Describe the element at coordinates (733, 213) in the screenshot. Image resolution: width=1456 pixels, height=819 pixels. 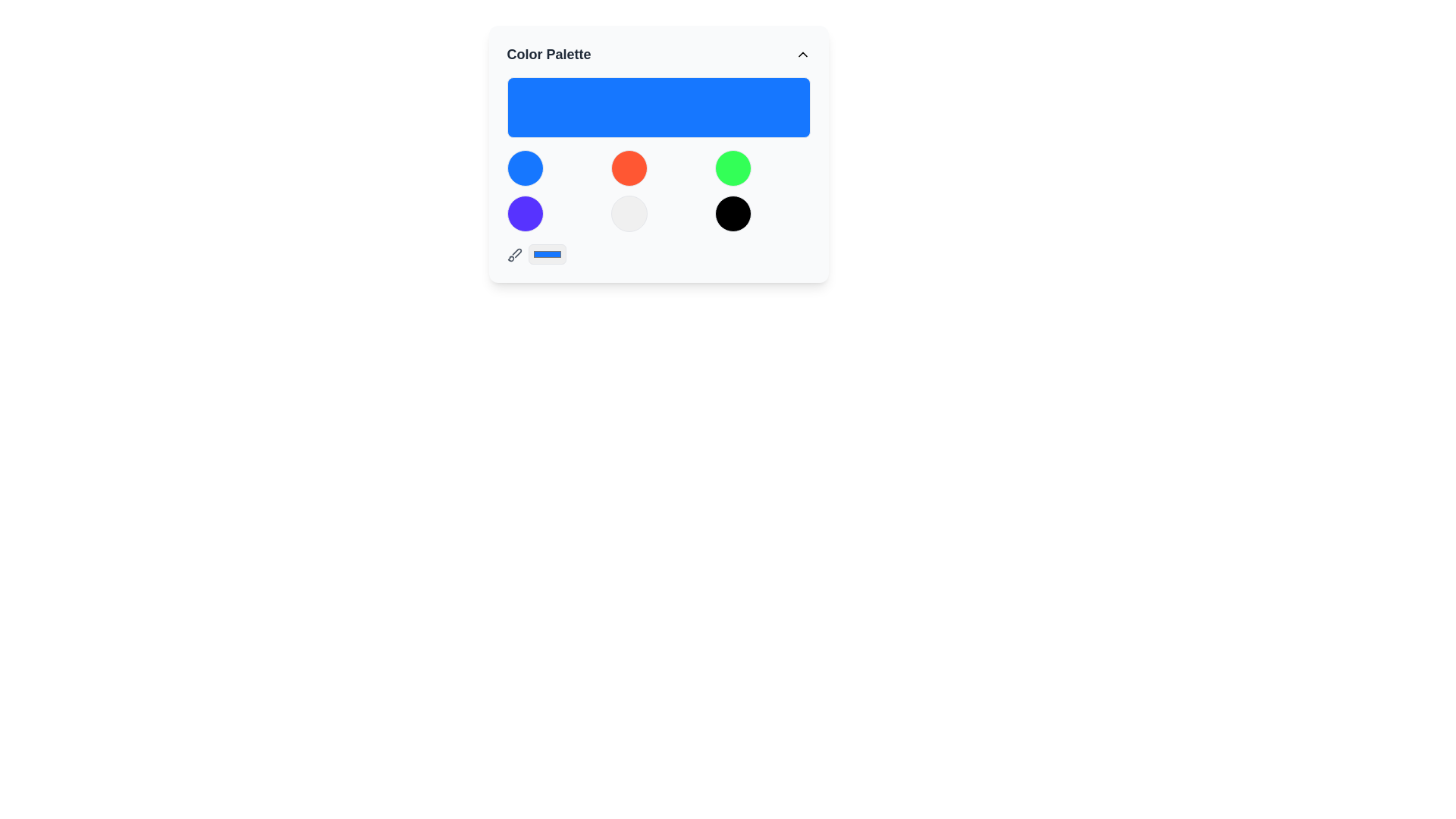
I see `the circular button with a black background located in the second row, third column of the grid layout` at that location.